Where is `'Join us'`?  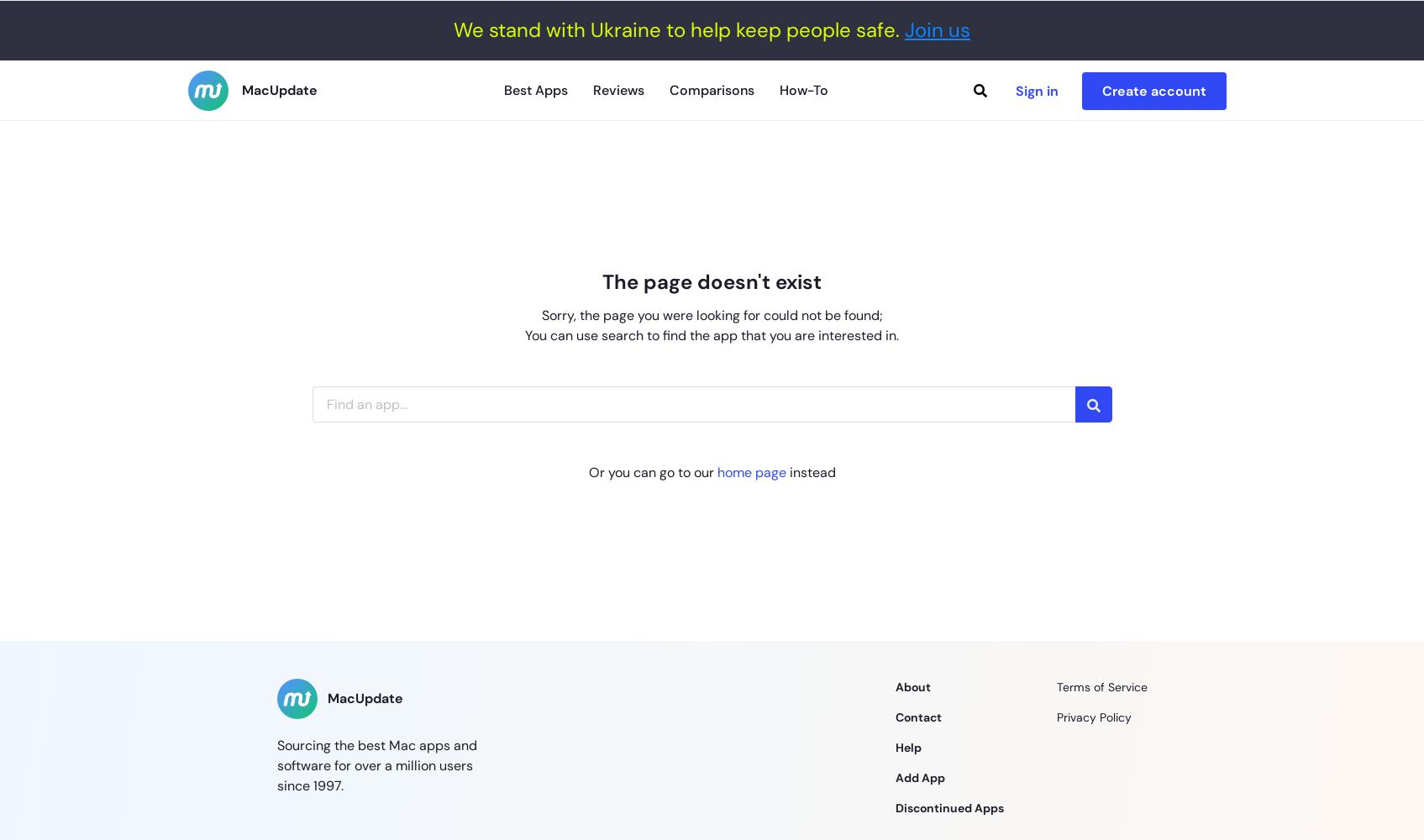
'Join us' is located at coordinates (936, 29).